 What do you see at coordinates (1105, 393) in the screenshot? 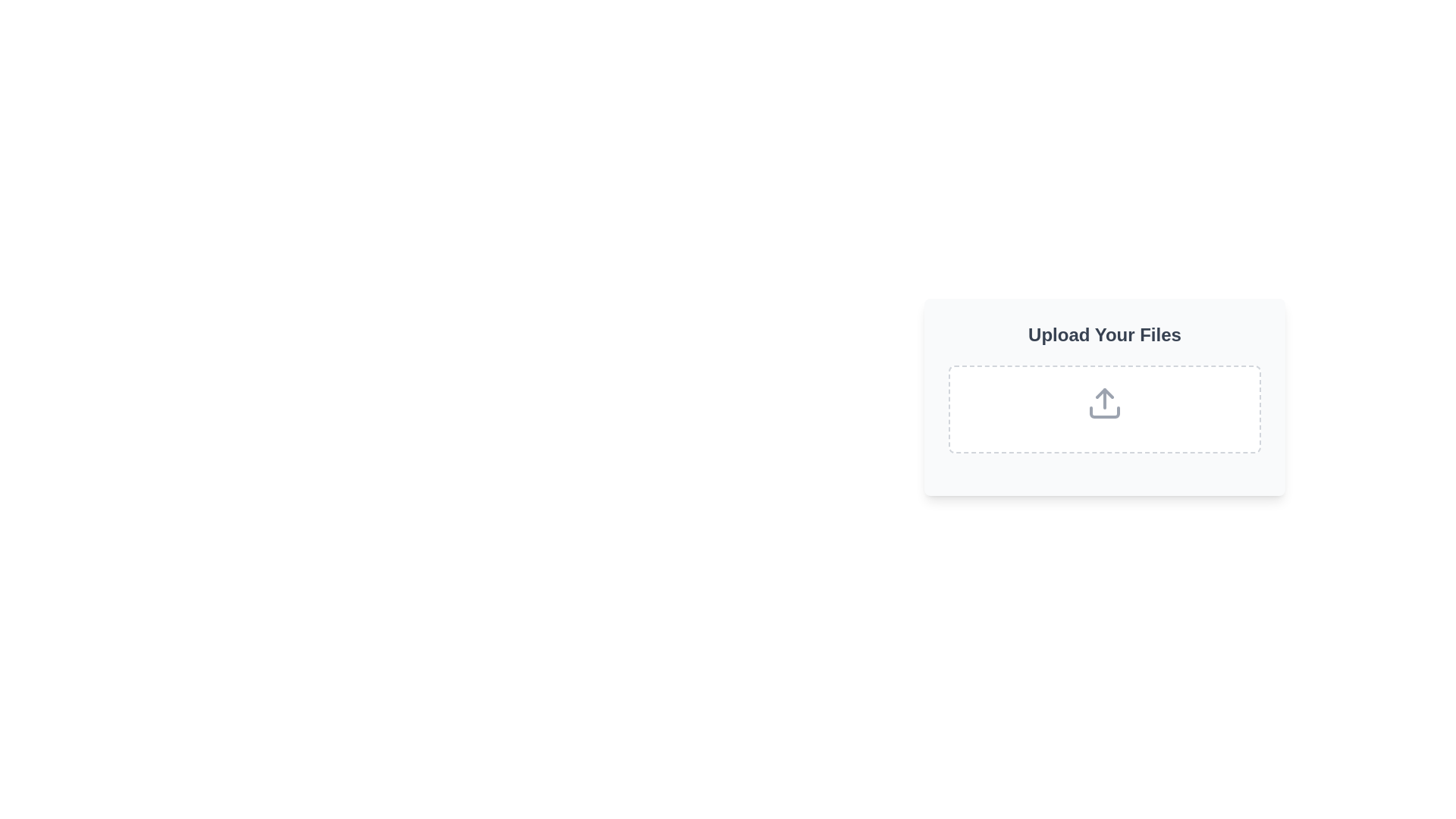
I see `the triangular graphical icon representing file upload, which is located in the center of the upload icon and styled in gray` at bounding box center [1105, 393].